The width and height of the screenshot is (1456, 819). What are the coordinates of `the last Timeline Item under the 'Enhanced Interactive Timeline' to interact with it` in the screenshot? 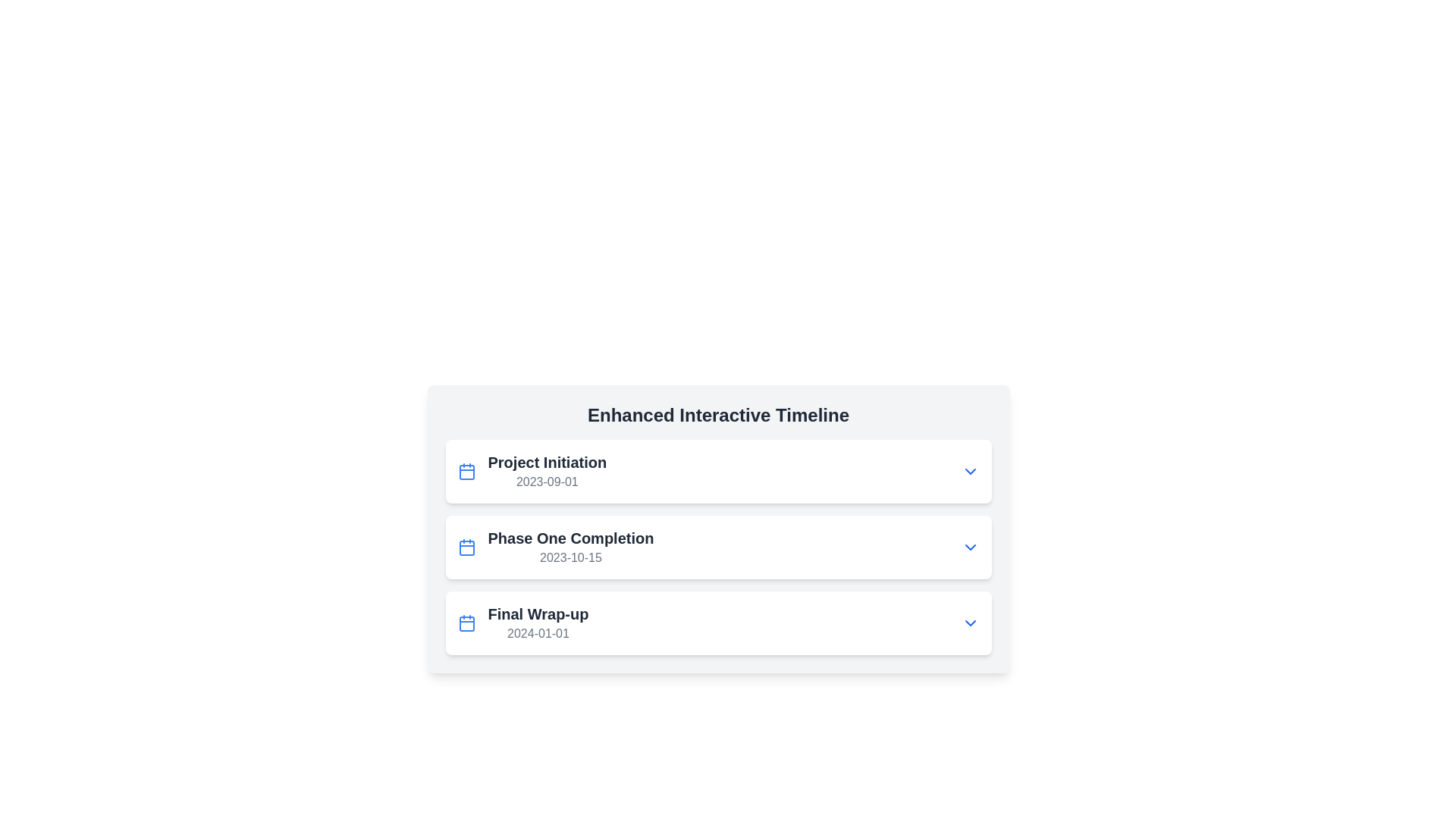 It's located at (523, 623).